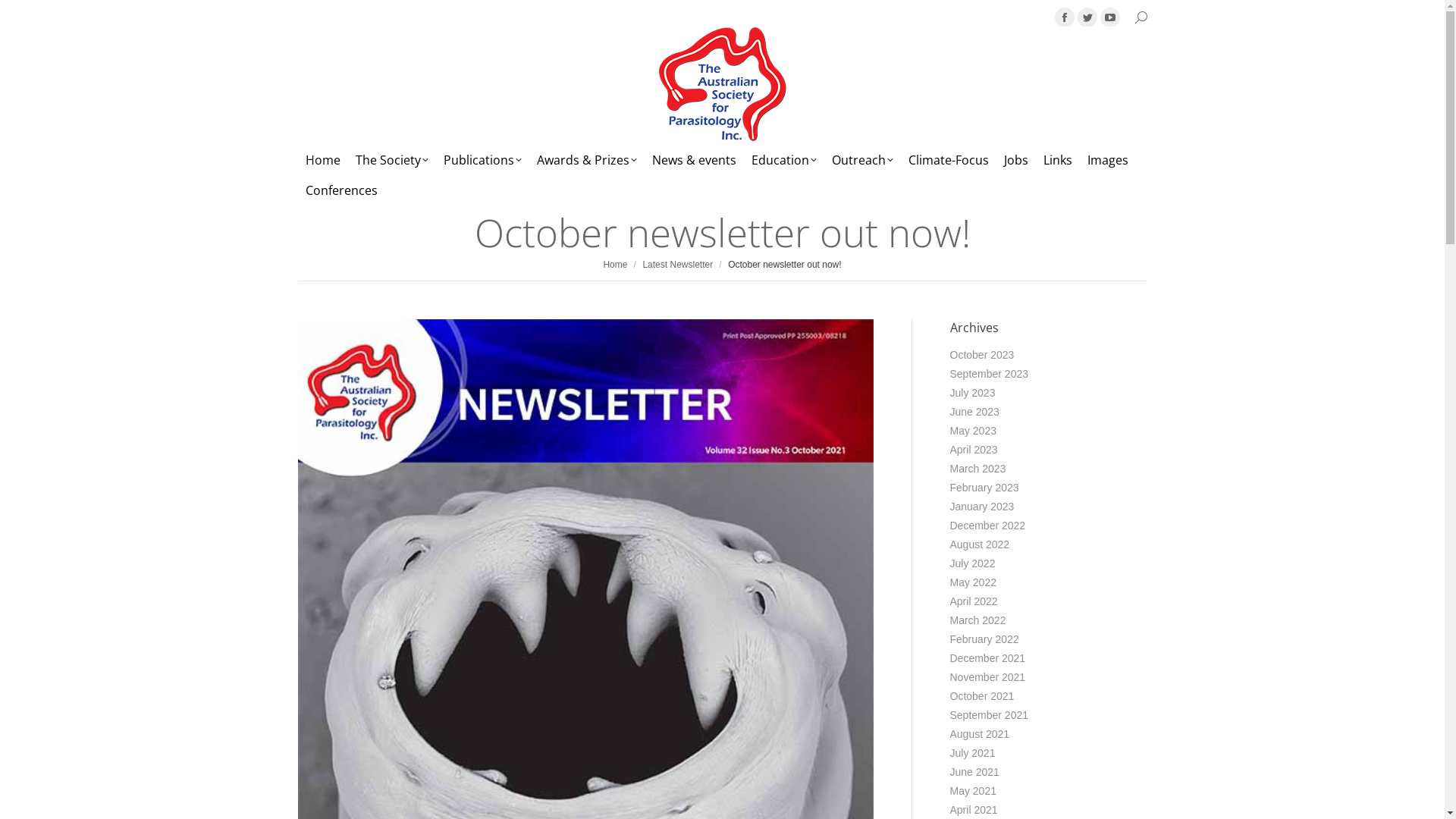 The width and height of the screenshot is (1456, 819). What do you see at coordinates (1015, 160) in the screenshot?
I see `'Jobs'` at bounding box center [1015, 160].